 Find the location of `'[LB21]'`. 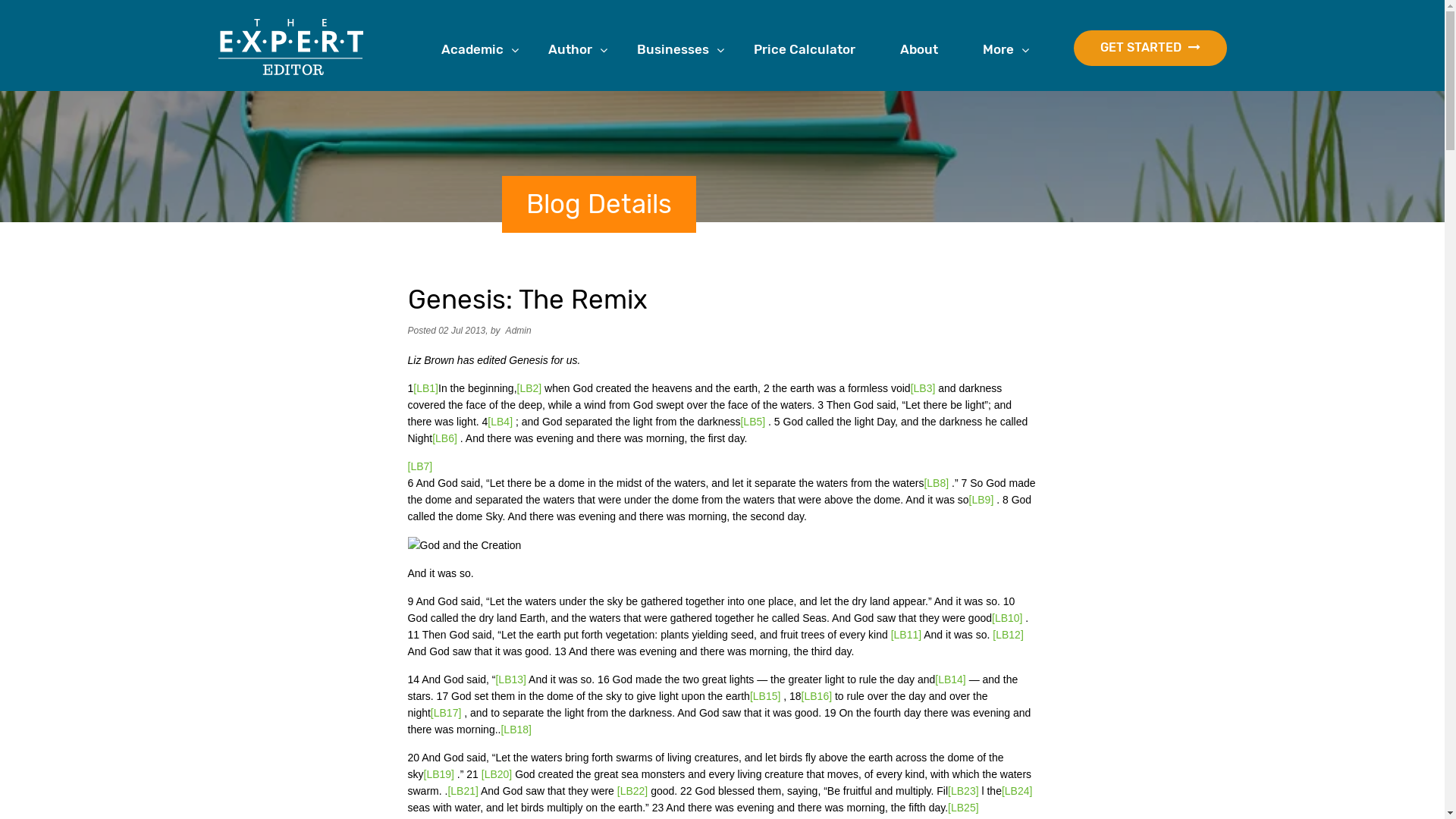

'[LB21]' is located at coordinates (461, 789).